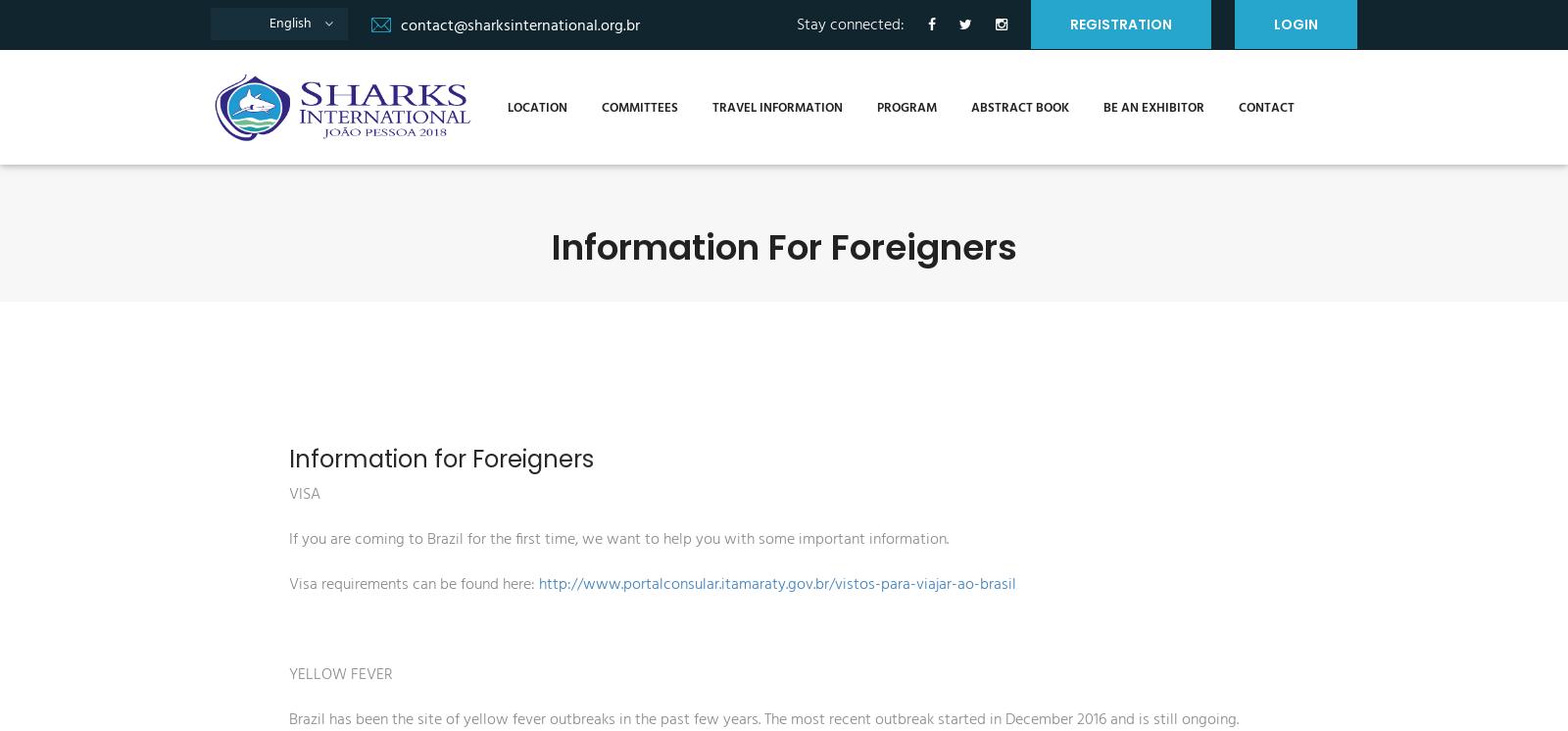  What do you see at coordinates (289, 657) in the screenshot?
I see `'YELLOW FEVER'` at bounding box center [289, 657].